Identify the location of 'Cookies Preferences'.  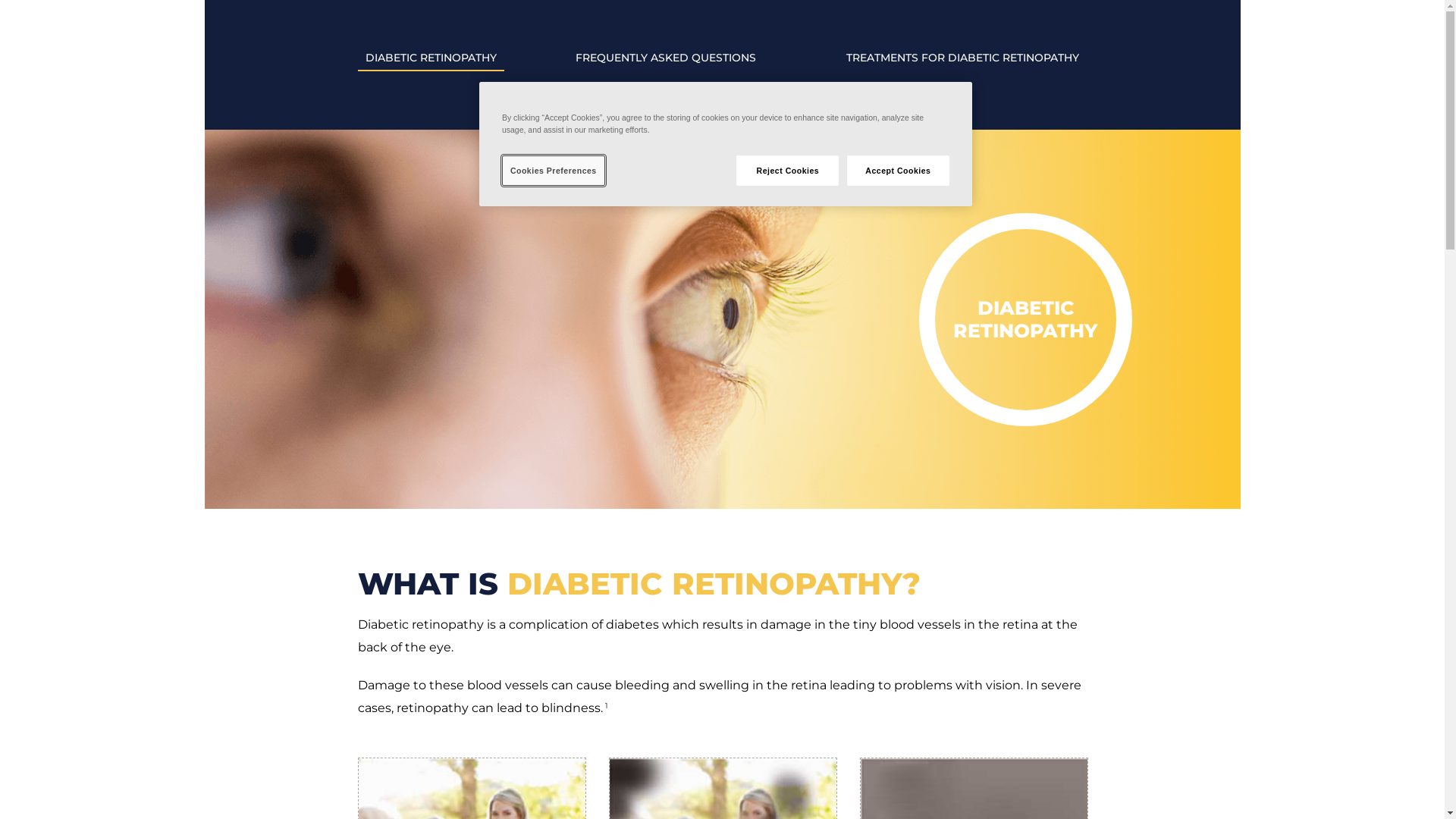
(552, 170).